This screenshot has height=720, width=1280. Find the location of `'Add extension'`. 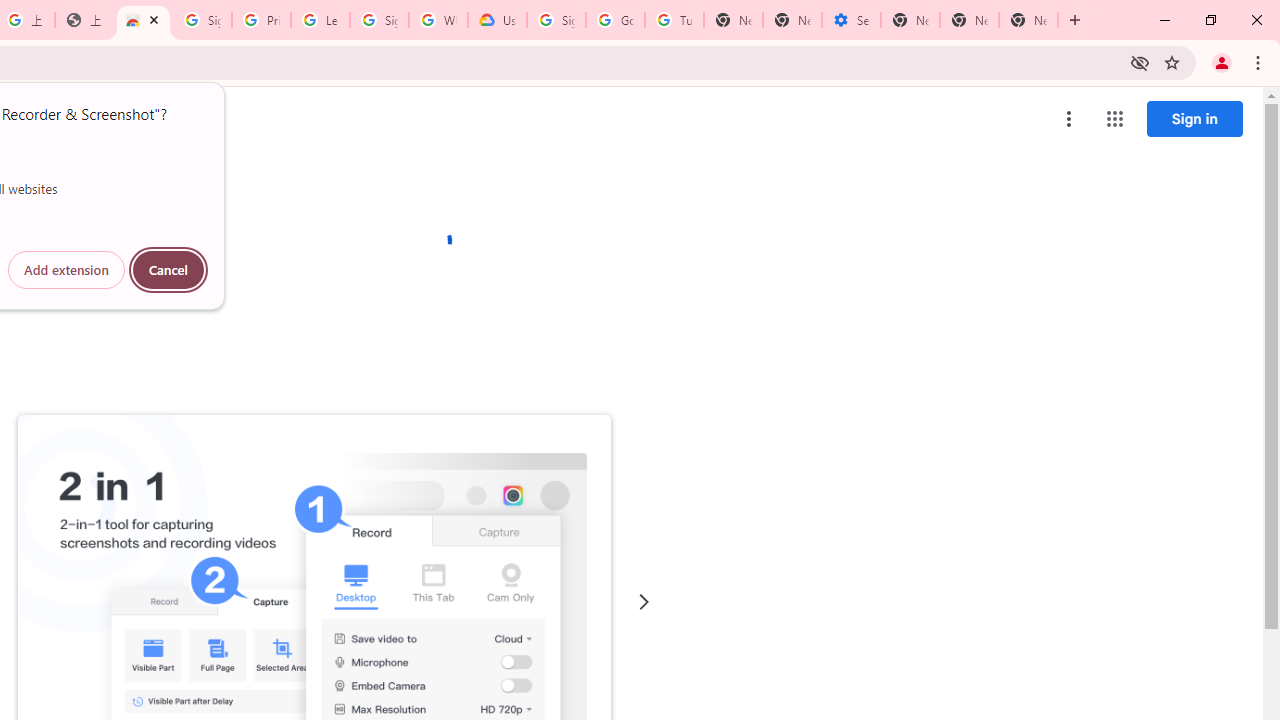

'Add extension' is located at coordinates (66, 270).